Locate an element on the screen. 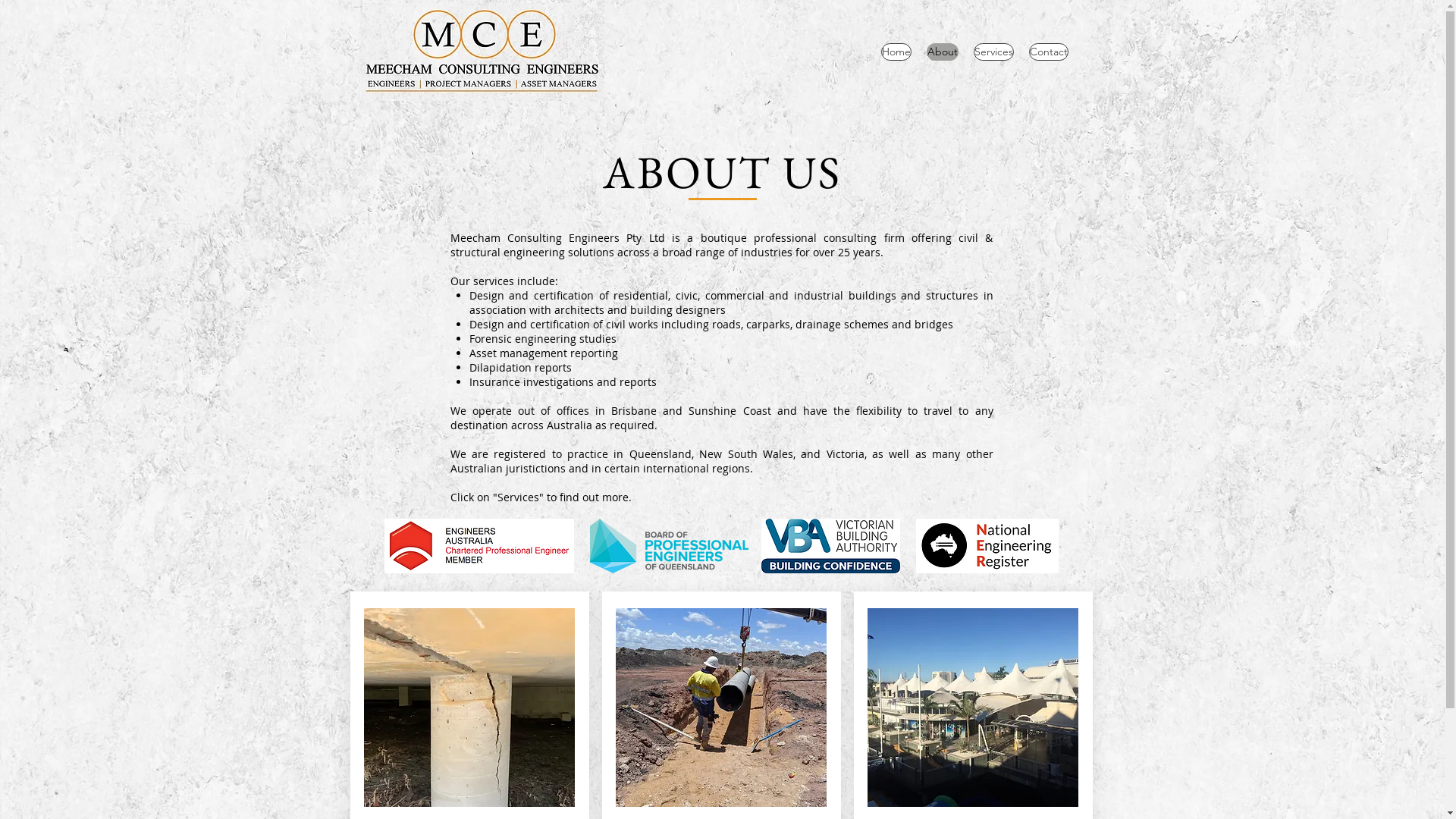 The width and height of the screenshot is (1456, 819). 'About' is located at coordinates (942, 51).